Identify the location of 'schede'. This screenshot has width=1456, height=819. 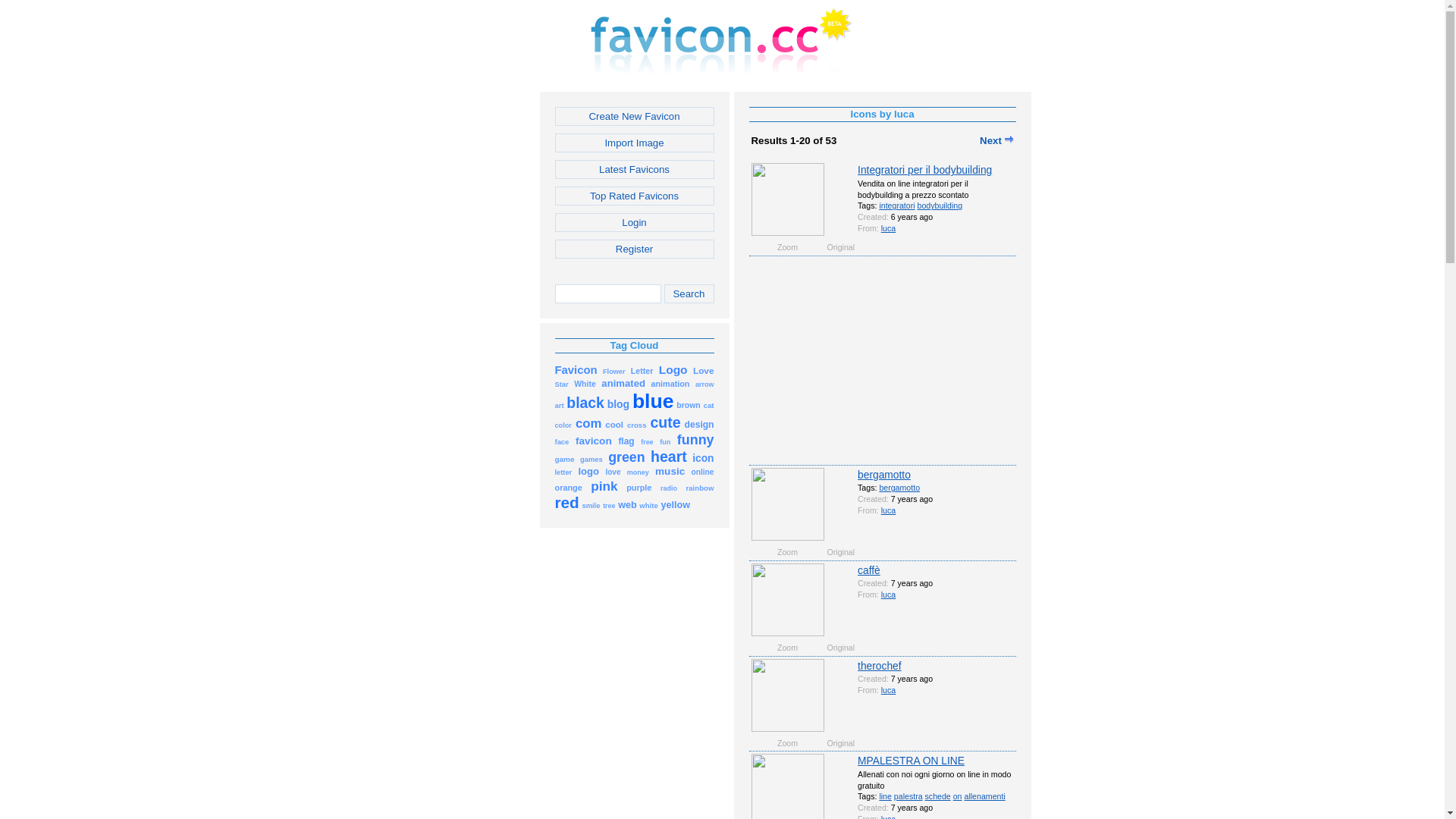
(937, 795).